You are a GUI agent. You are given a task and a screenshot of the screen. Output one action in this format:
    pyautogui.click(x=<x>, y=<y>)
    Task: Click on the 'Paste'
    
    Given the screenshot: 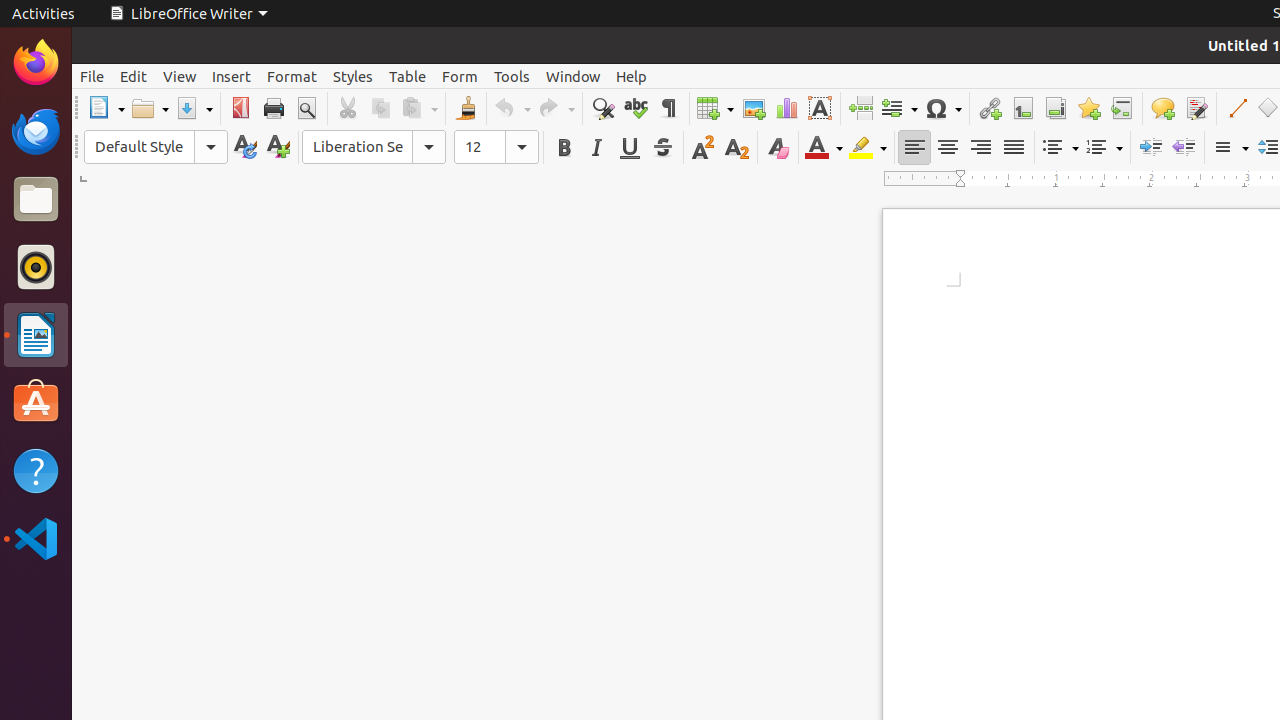 What is the action you would take?
    pyautogui.click(x=417, y=108)
    